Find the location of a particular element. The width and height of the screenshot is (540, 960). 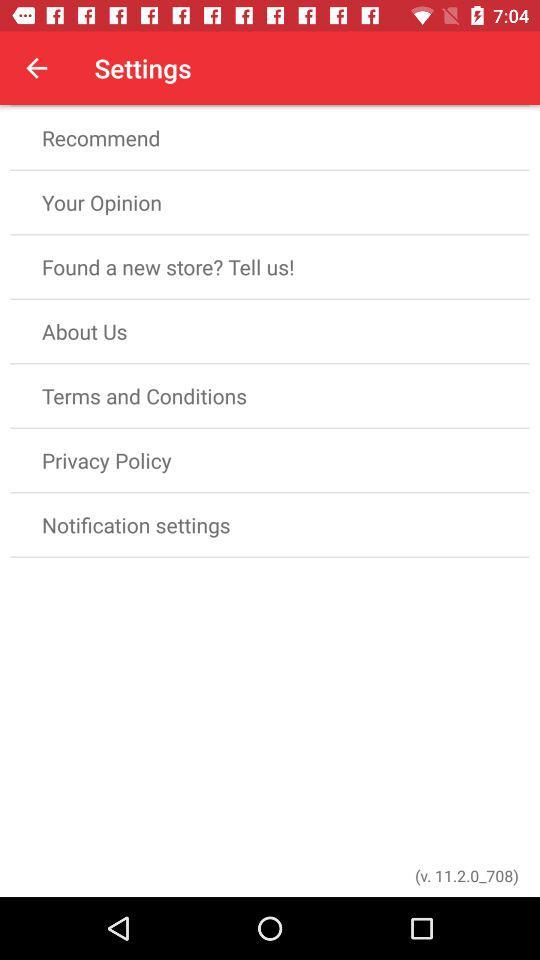

rate app item is located at coordinates (270, 73).